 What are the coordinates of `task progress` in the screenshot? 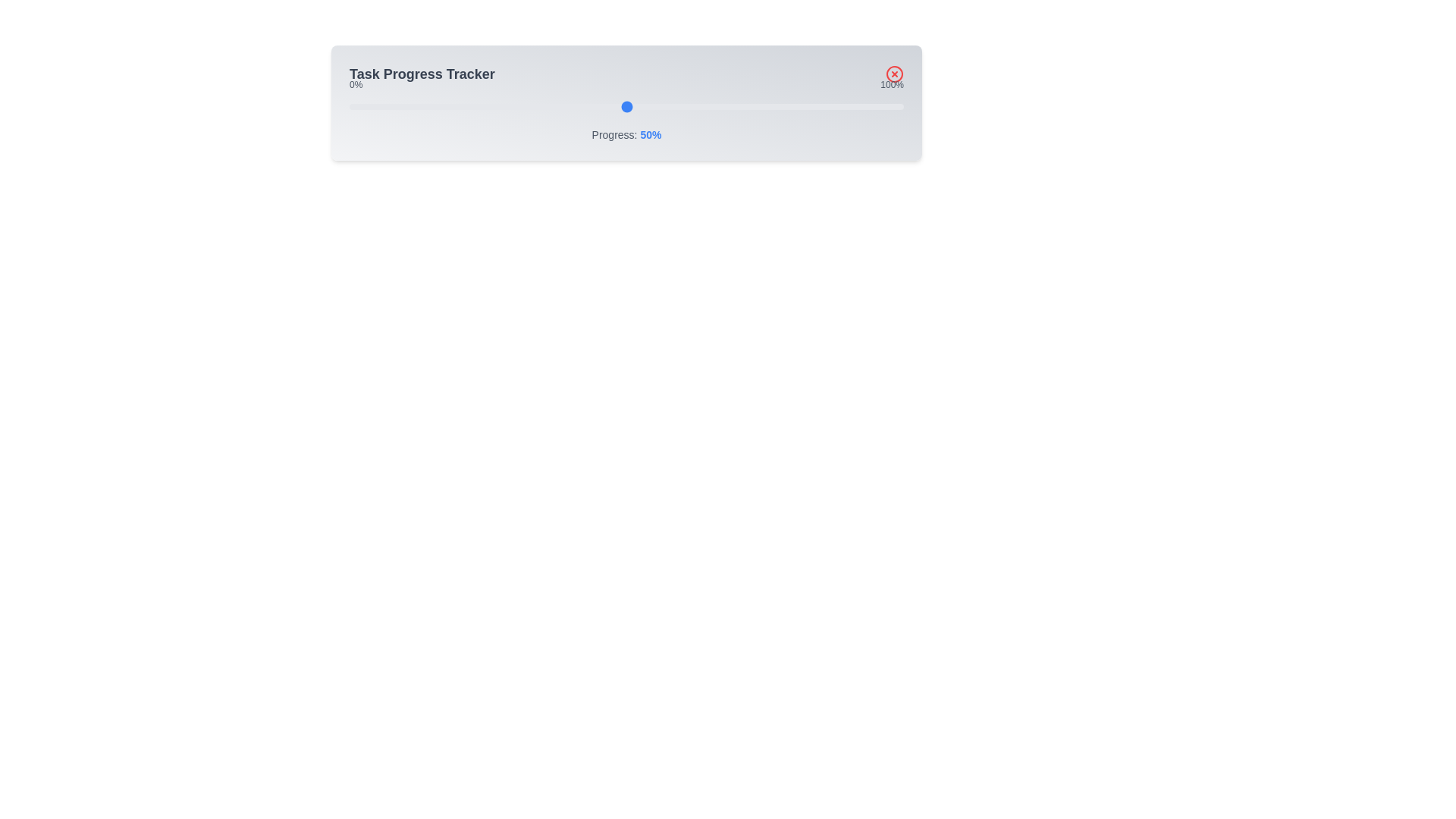 It's located at (465, 106).